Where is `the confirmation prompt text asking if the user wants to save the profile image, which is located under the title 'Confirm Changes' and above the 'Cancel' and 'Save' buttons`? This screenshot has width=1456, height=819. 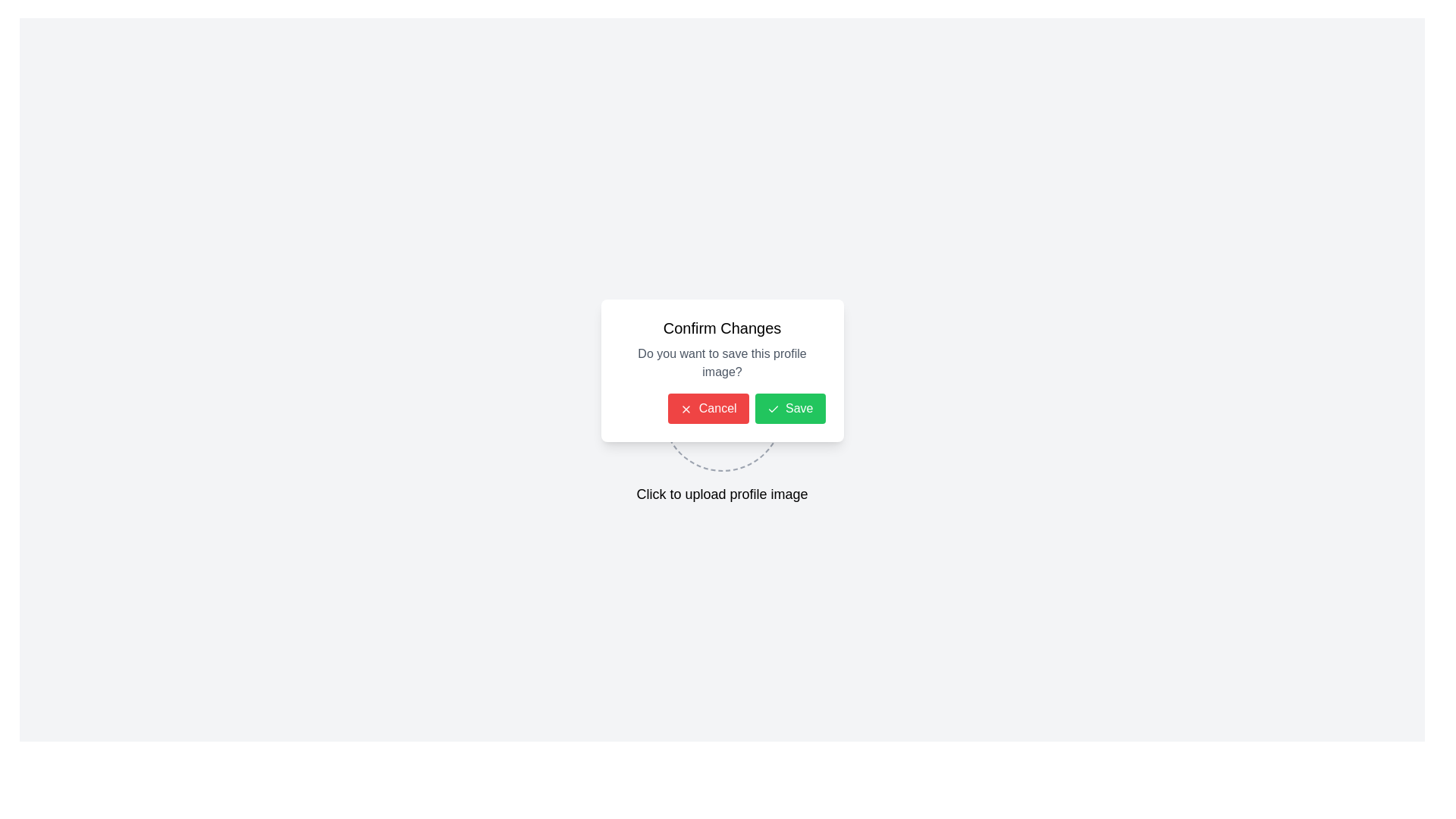 the confirmation prompt text asking if the user wants to save the profile image, which is located under the title 'Confirm Changes' and above the 'Cancel' and 'Save' buttons is located at coordinates (721, 362).